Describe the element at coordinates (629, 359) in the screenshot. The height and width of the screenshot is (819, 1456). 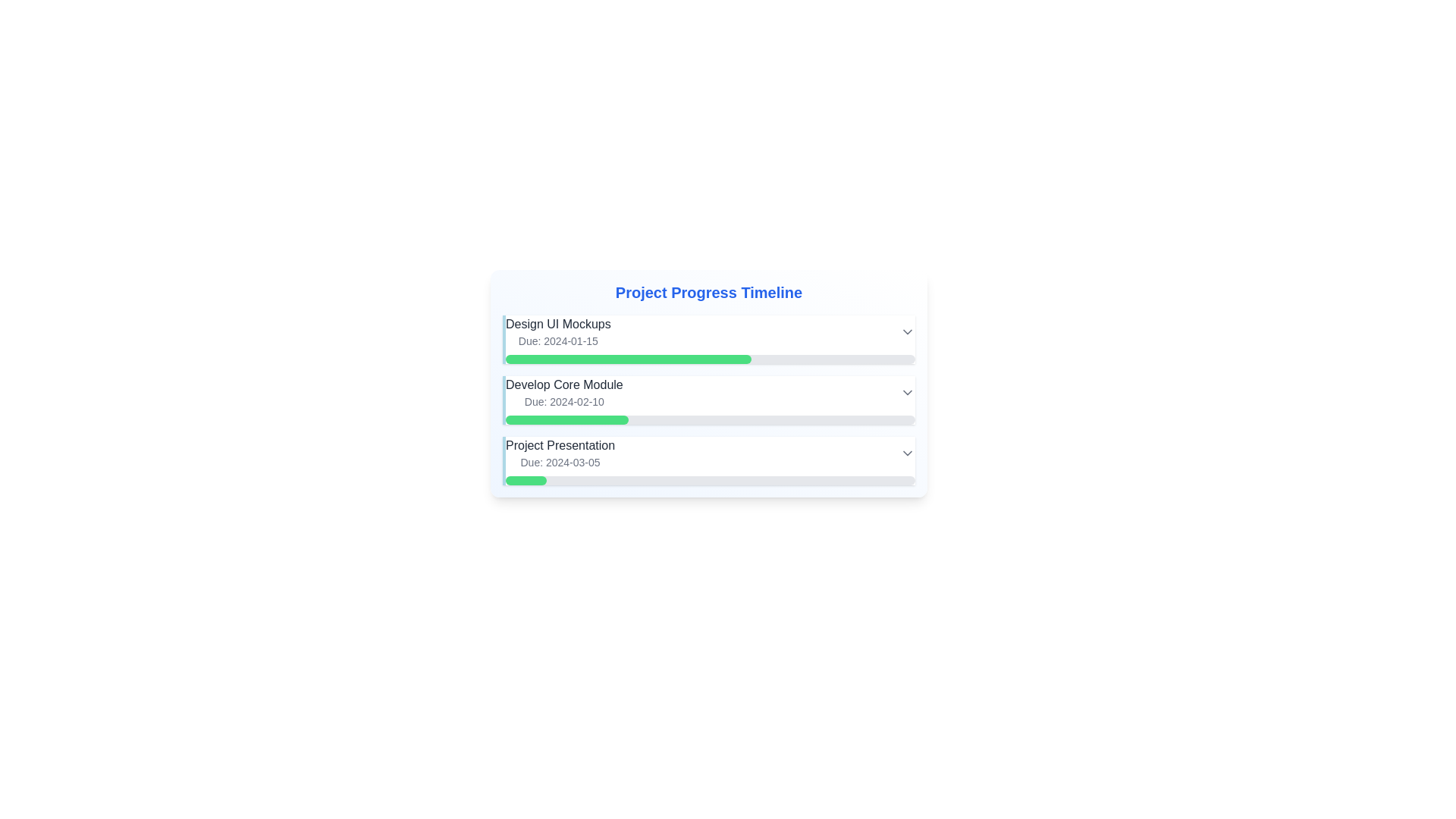
I see `the green progress bar that is filled to approximately 60% and located under the 'Design UI Mockups' section` at that location.